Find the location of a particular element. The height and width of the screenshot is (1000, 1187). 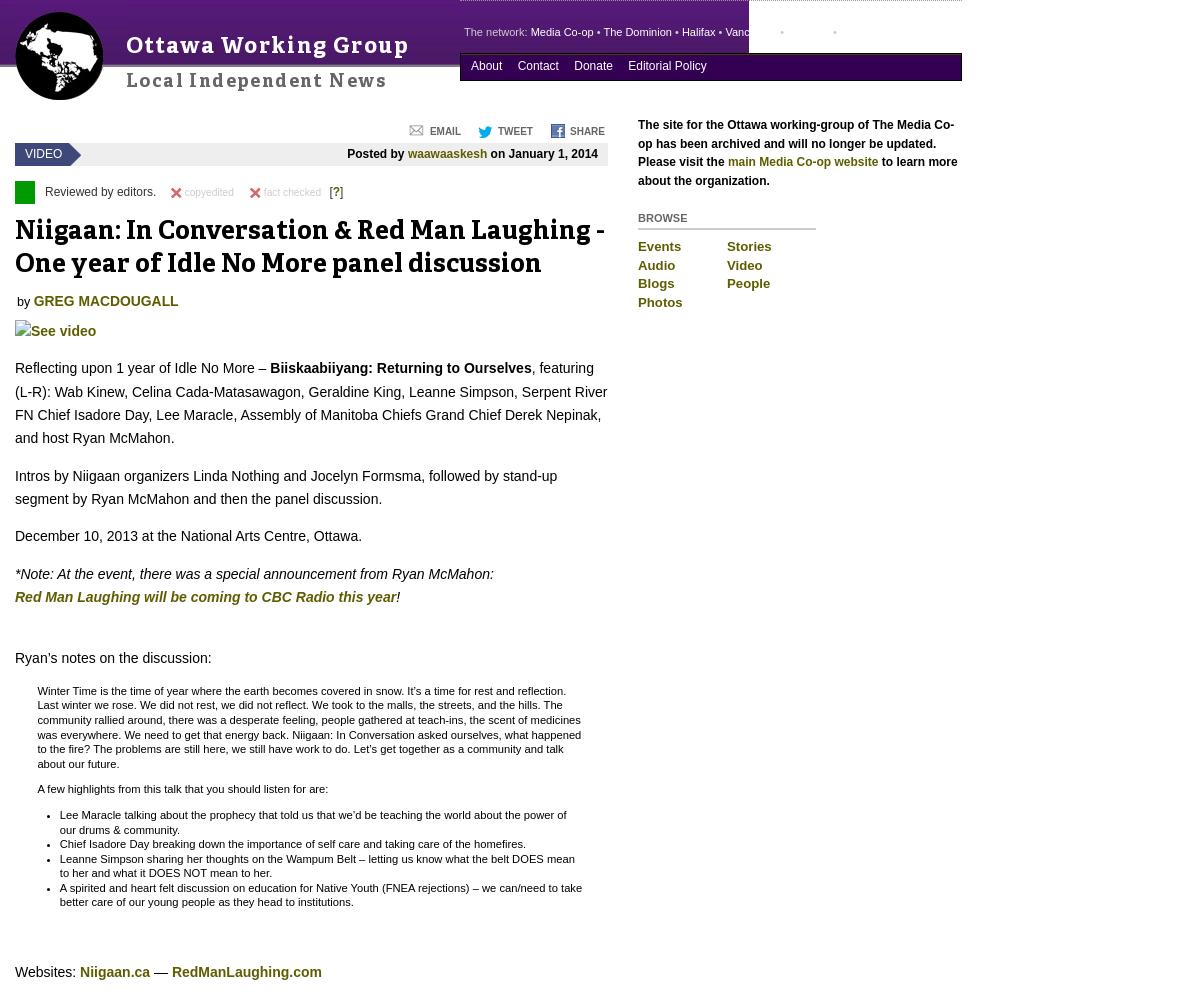

'Media Co-op' is located at coordinates (560, 32).